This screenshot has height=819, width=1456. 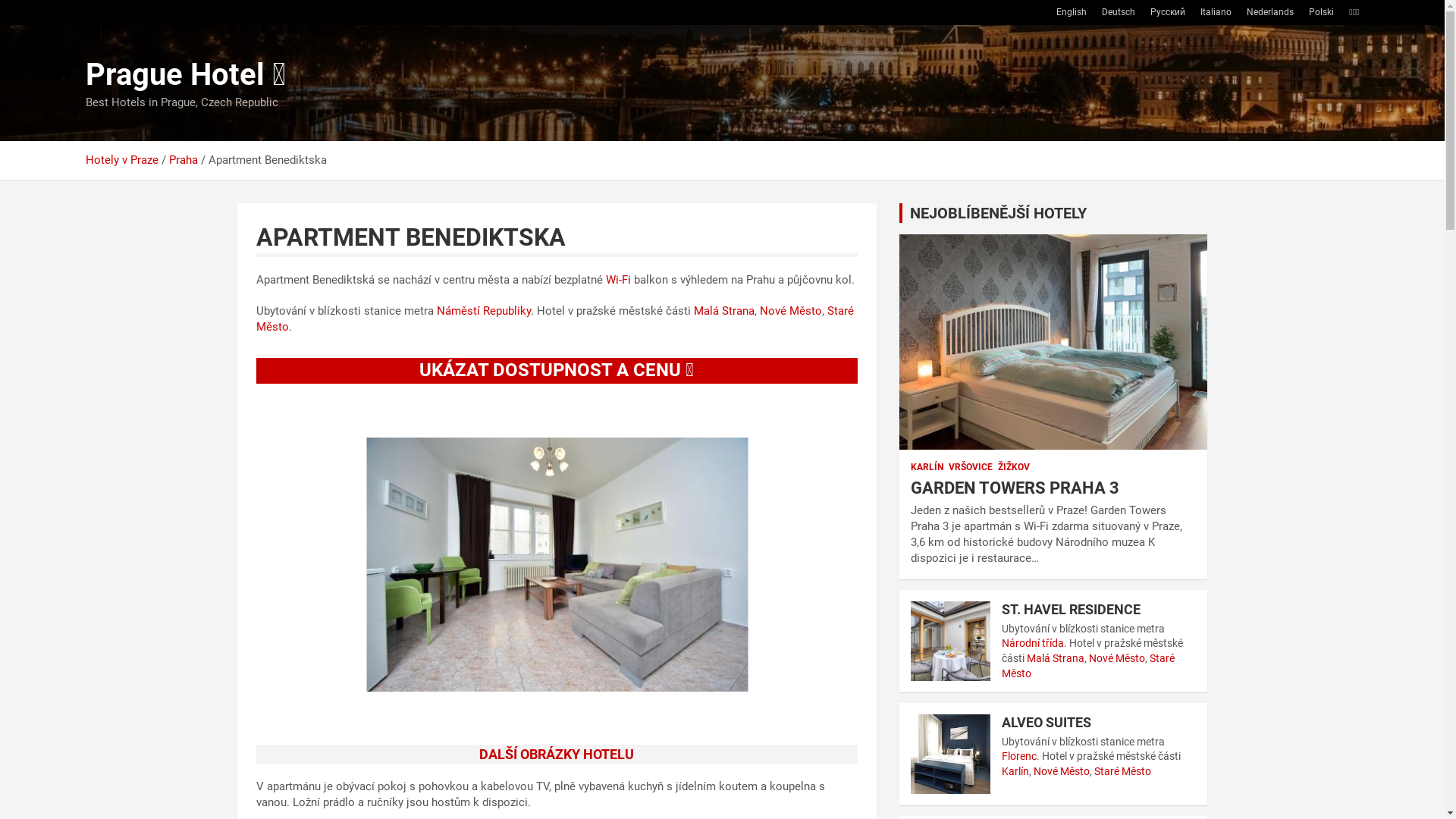 What do you see at coordinates (1200, 12) in the screenshot?
I see `'Italiano'` at bounding box center [1200, 12].